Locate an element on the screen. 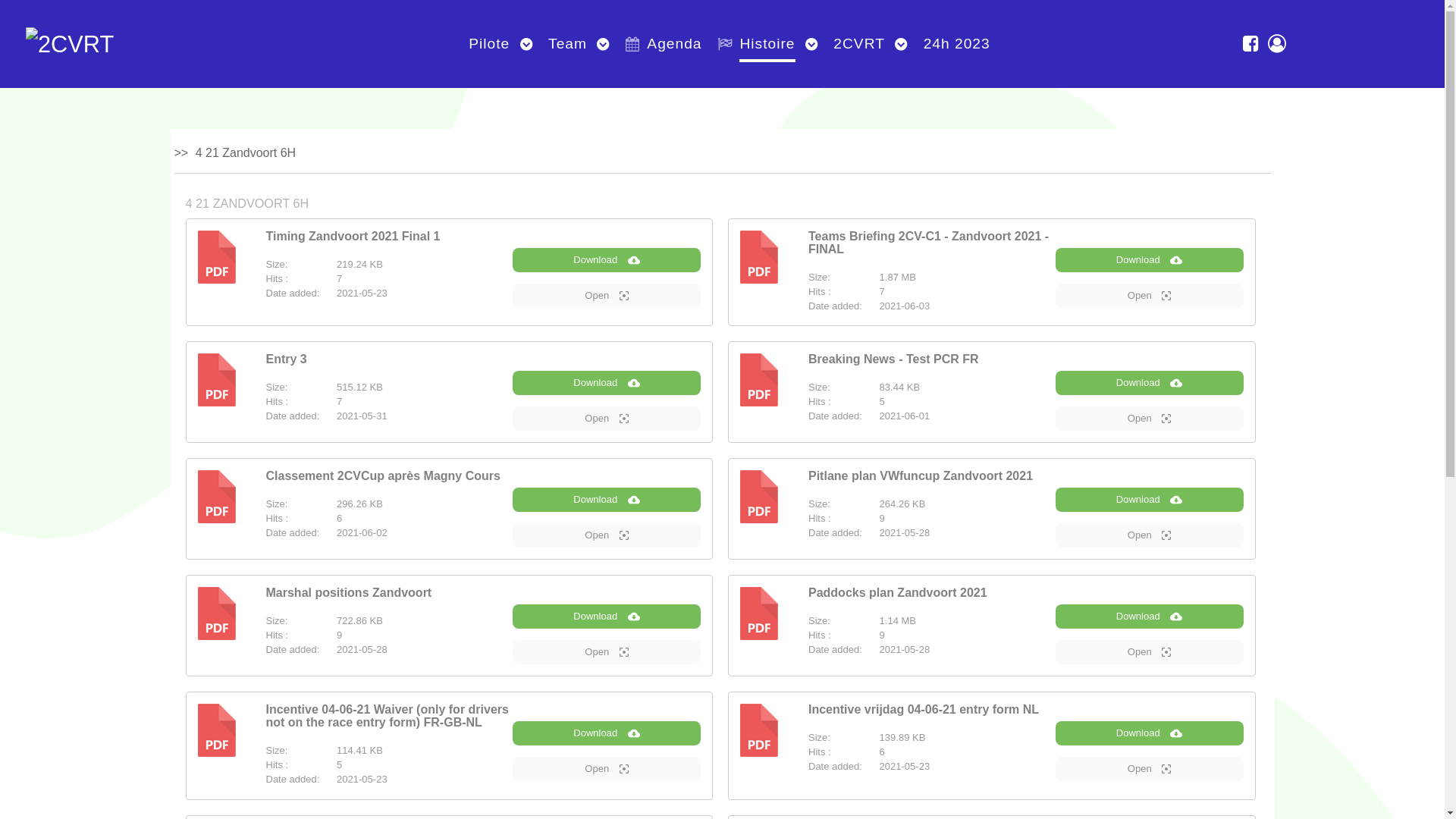 The height and width of the screenshot is (819, 1456). 'Download' is located at coordinates (1150, 382).